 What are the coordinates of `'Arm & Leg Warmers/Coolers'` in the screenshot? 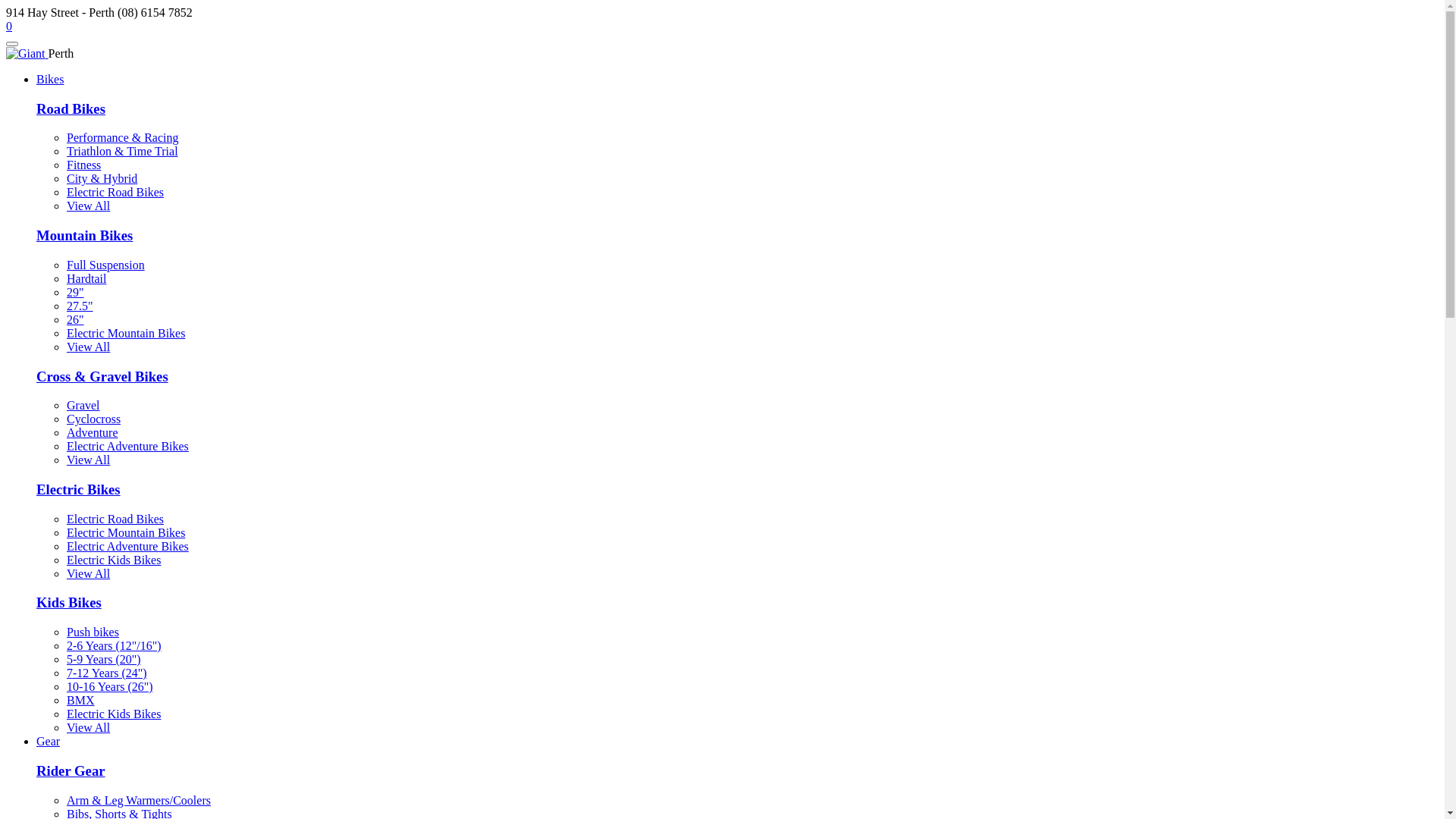 It's located at (138, 799).